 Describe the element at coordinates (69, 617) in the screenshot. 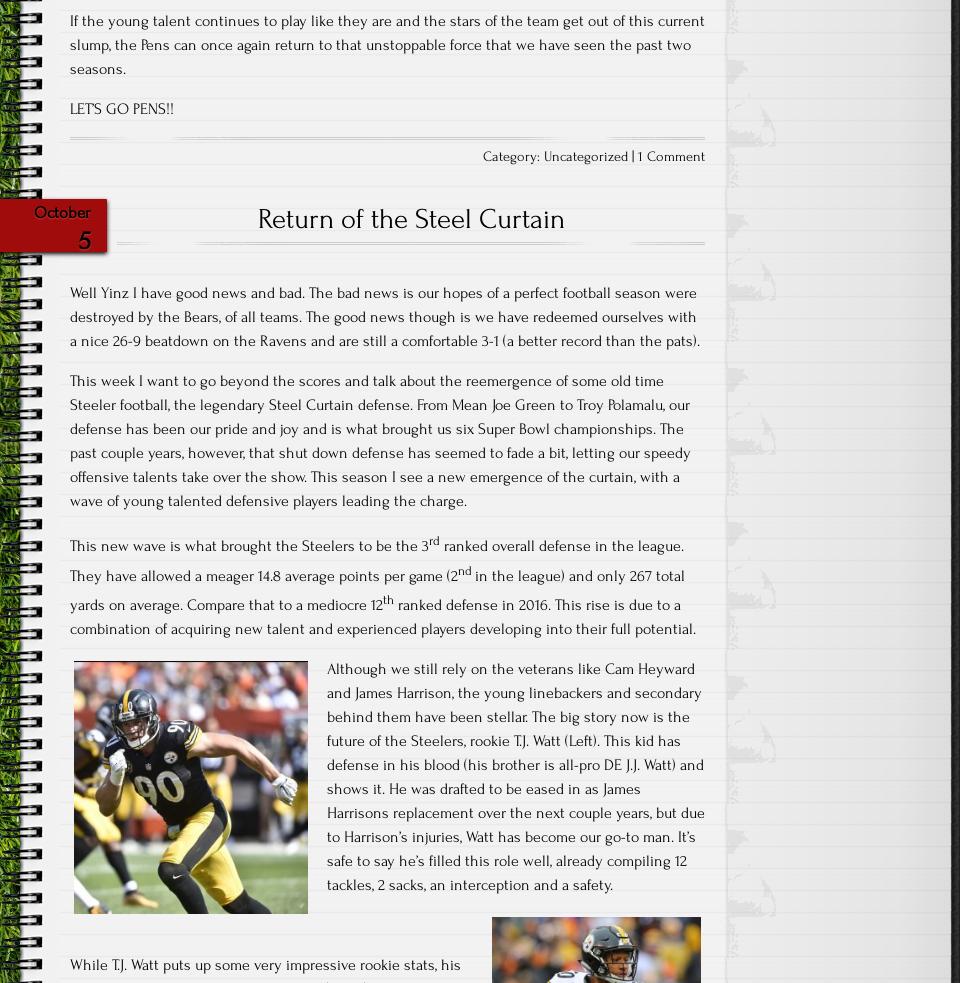

I see `'ranked defense in 2016. This rise is due to a combination of acquiring new talent and experienced players developing into their full potential.'` at that location.